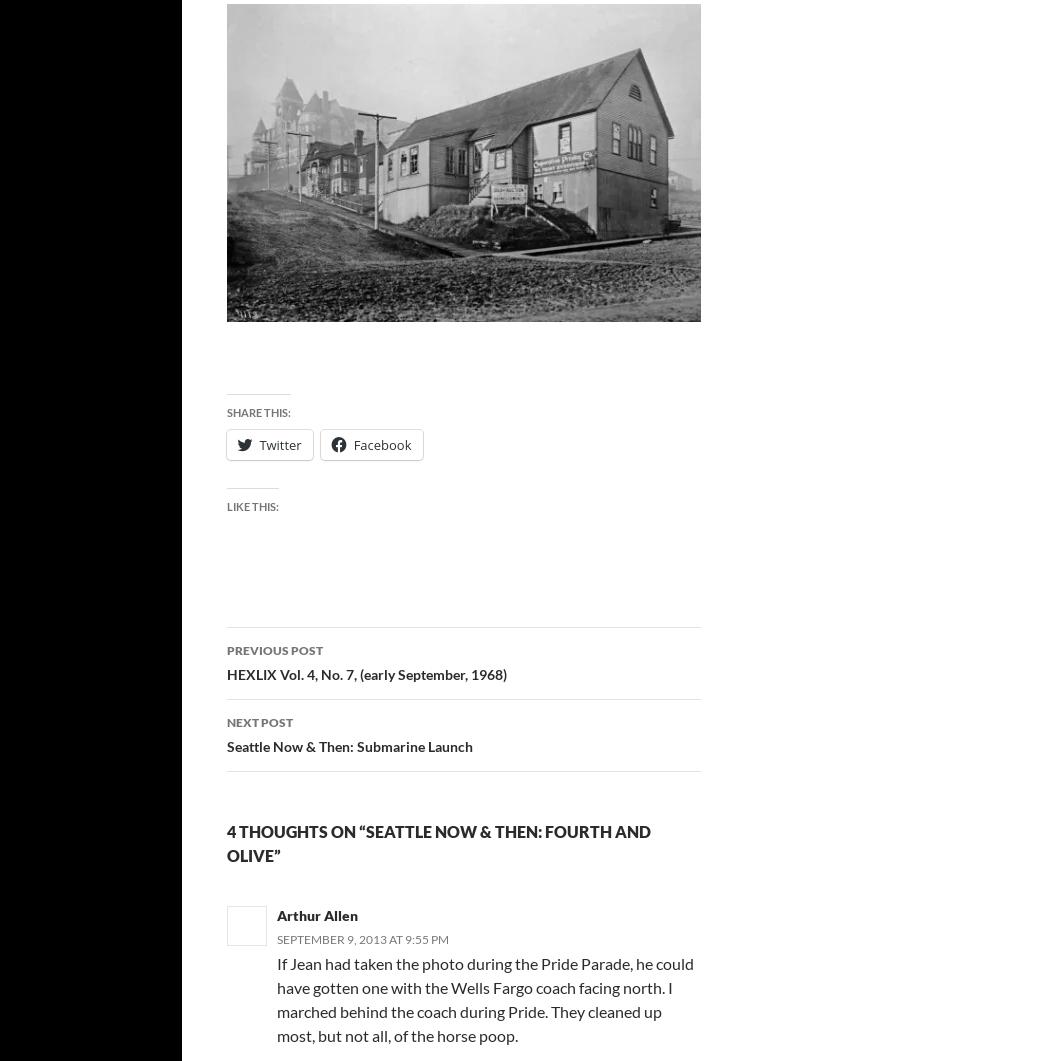 The width and height of the screenshot is (1050, 1061). What do you see at coordinates (361, 938) in the screenshot?
I see `'September 9, 2013 at 9:55 pm'` at bounding box center [361, 938].